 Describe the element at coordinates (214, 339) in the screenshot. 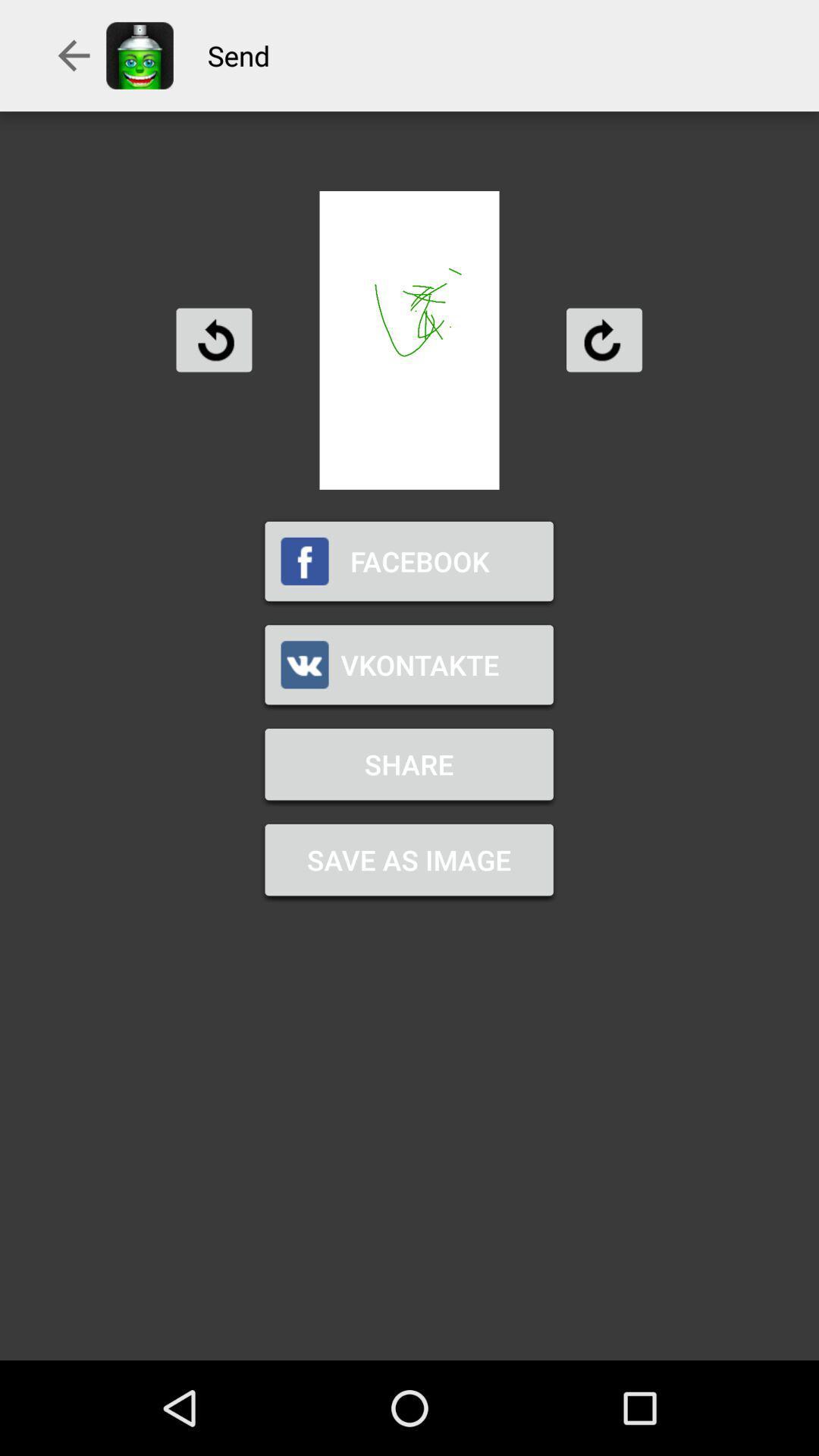

I see `the item above the facebook item` at that location.